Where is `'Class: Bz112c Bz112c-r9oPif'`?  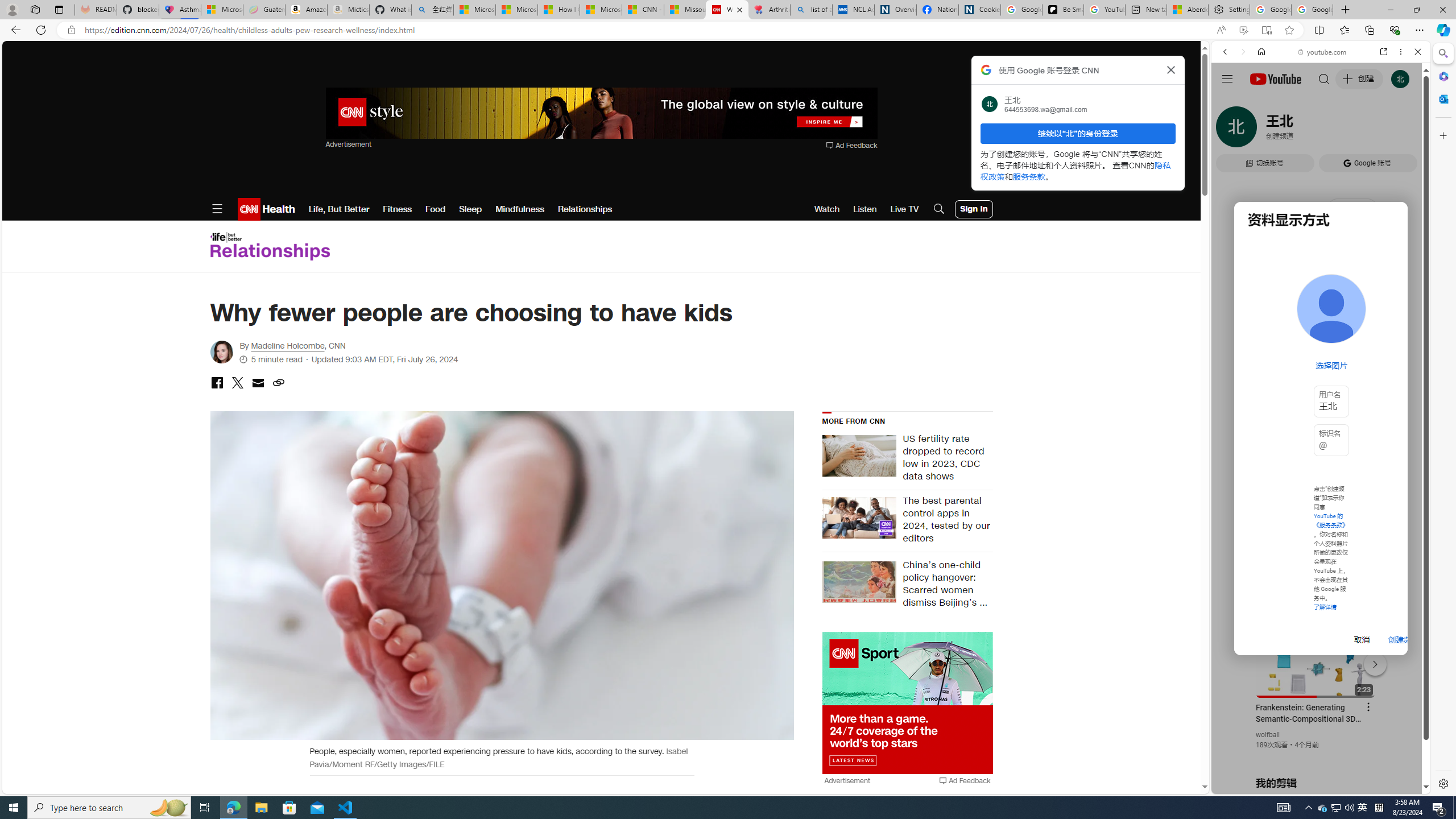 'Class: Bz112c Bz112c-r9oPif' is located at coordinates (1170, 69).